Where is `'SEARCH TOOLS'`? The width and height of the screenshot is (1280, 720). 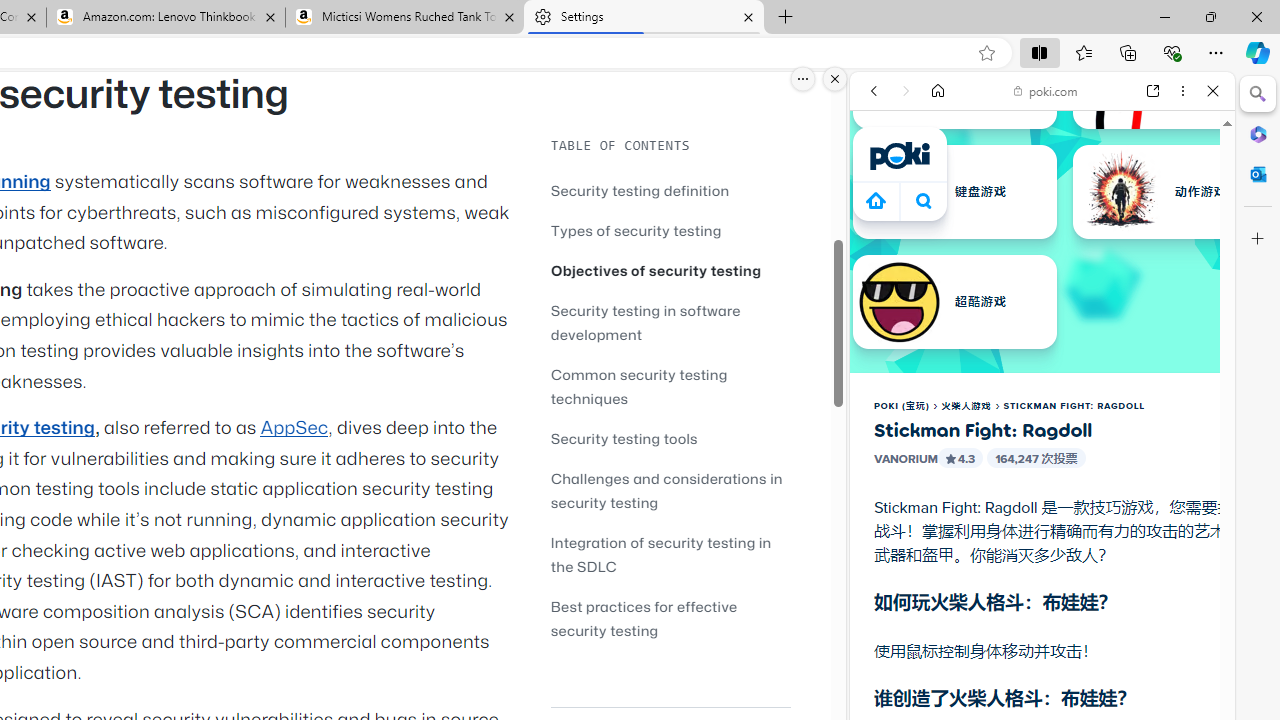 'SEARCH TOOLS' is located at coordinates (1092, 227).